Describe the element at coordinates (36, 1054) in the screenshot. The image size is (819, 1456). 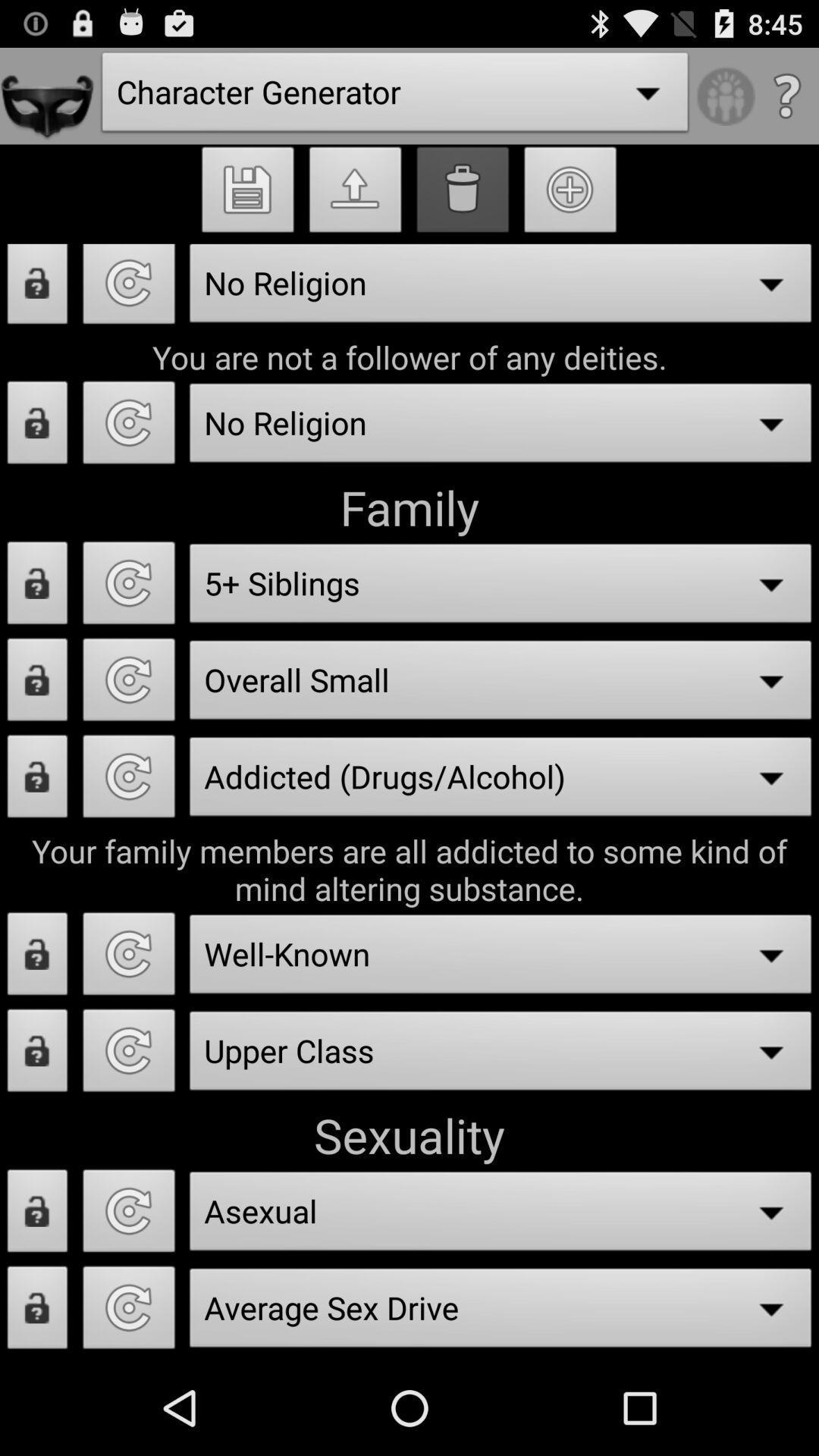
I see `lock page` at that location.